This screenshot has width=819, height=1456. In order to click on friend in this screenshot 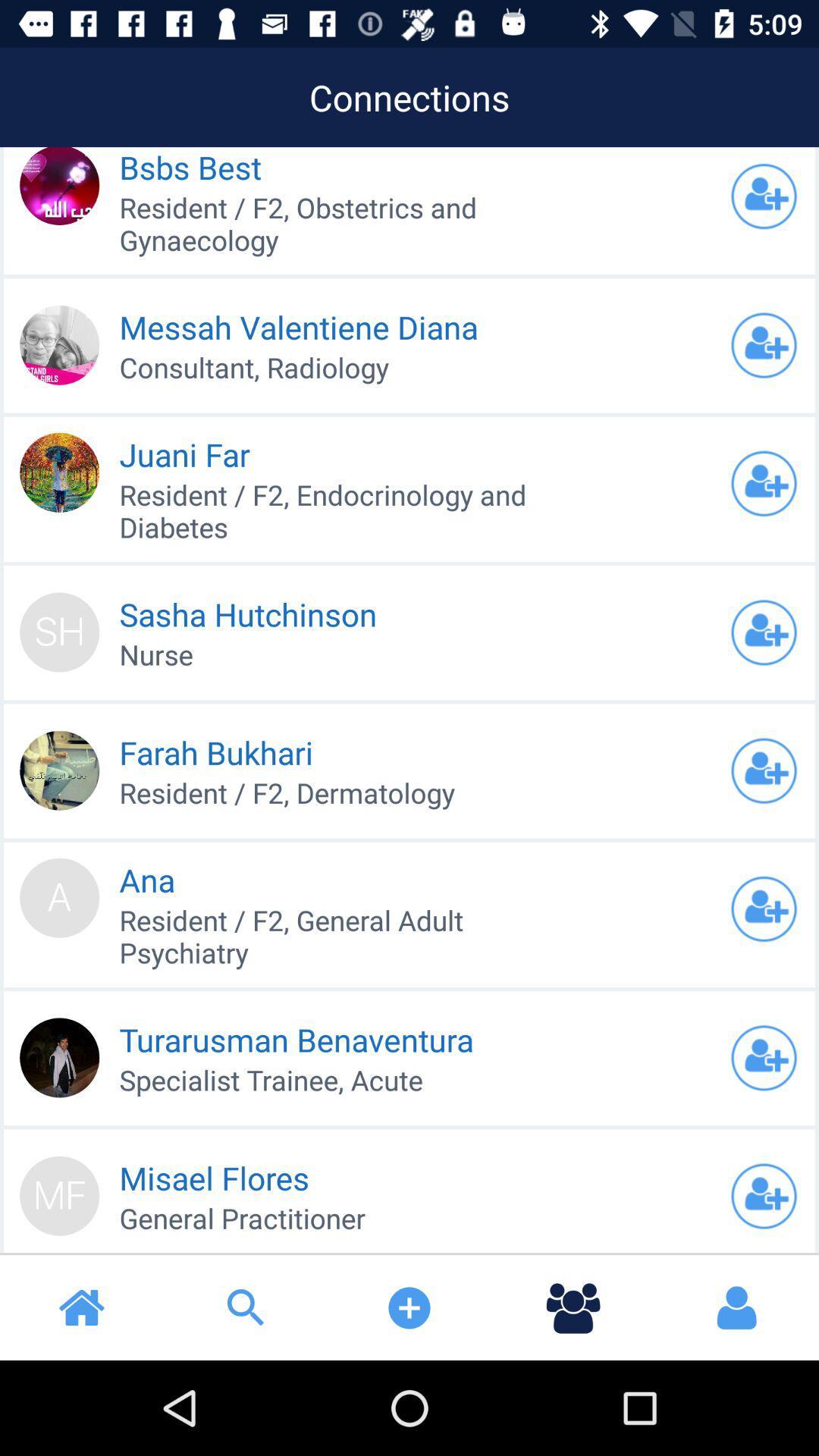, I will do `click(764, 770)`.